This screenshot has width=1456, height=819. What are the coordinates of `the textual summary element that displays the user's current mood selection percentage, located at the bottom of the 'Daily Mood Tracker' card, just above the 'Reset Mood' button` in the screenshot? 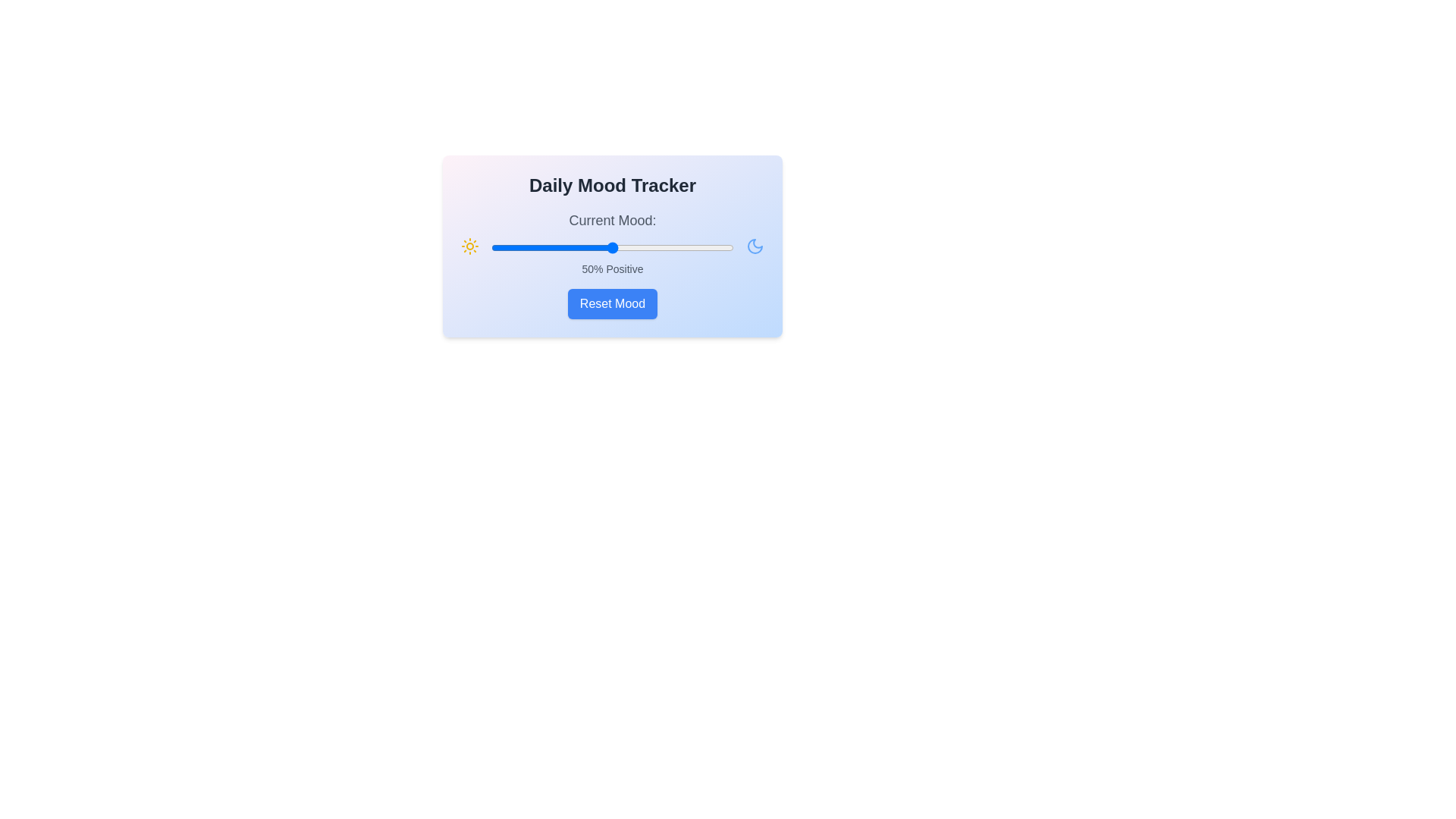 It's located at (612, 268).